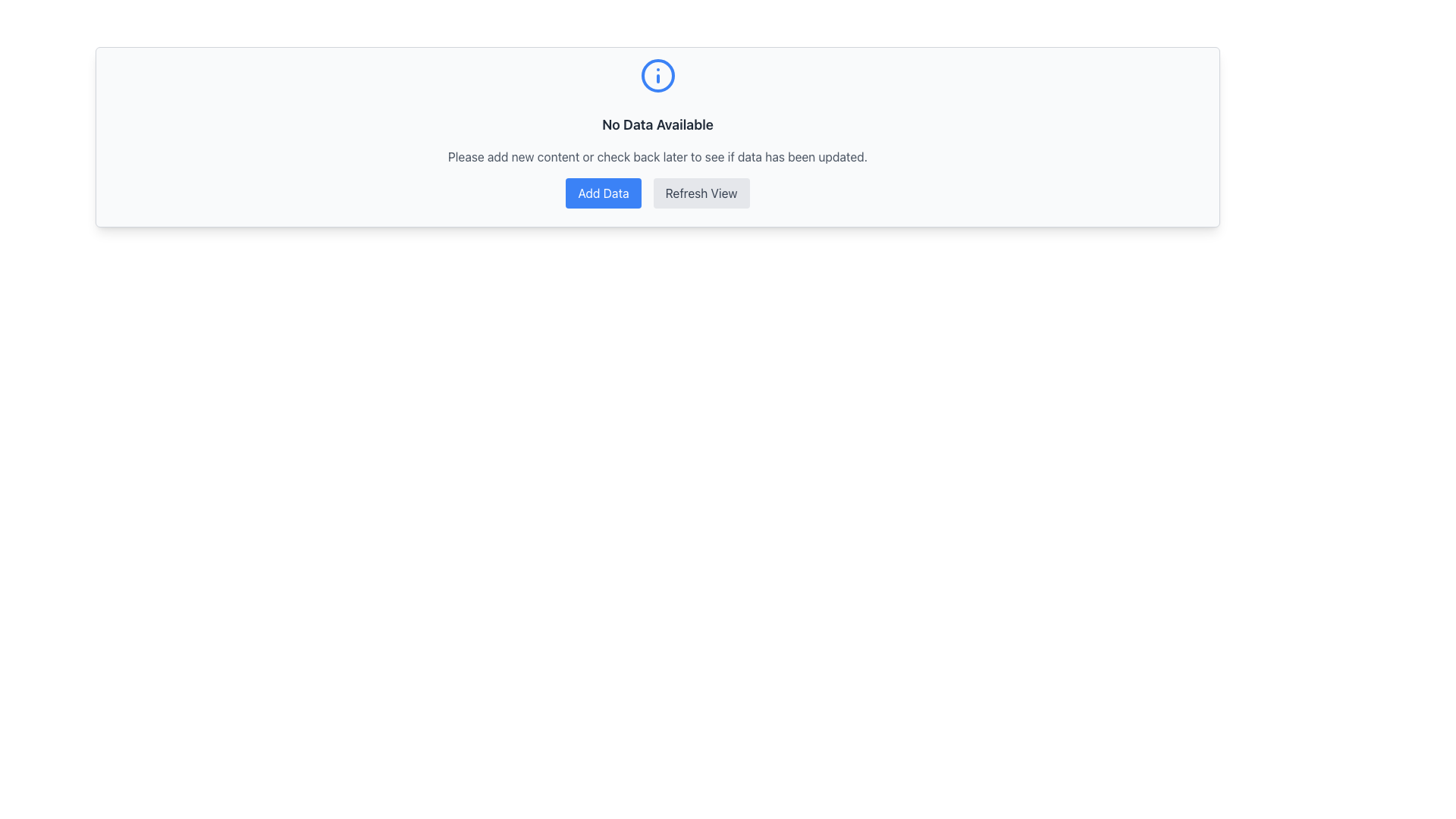 The height and width of the screenshot is (819, 1456). Describe the element at coordinates (657, 157) in the screenshot. I see `the second text block that informs the user to add new data or revisit later for updates, located beneath the 'No Data Available' title and above the 'Add Data' and 'Refresh View' buttons` at that location.